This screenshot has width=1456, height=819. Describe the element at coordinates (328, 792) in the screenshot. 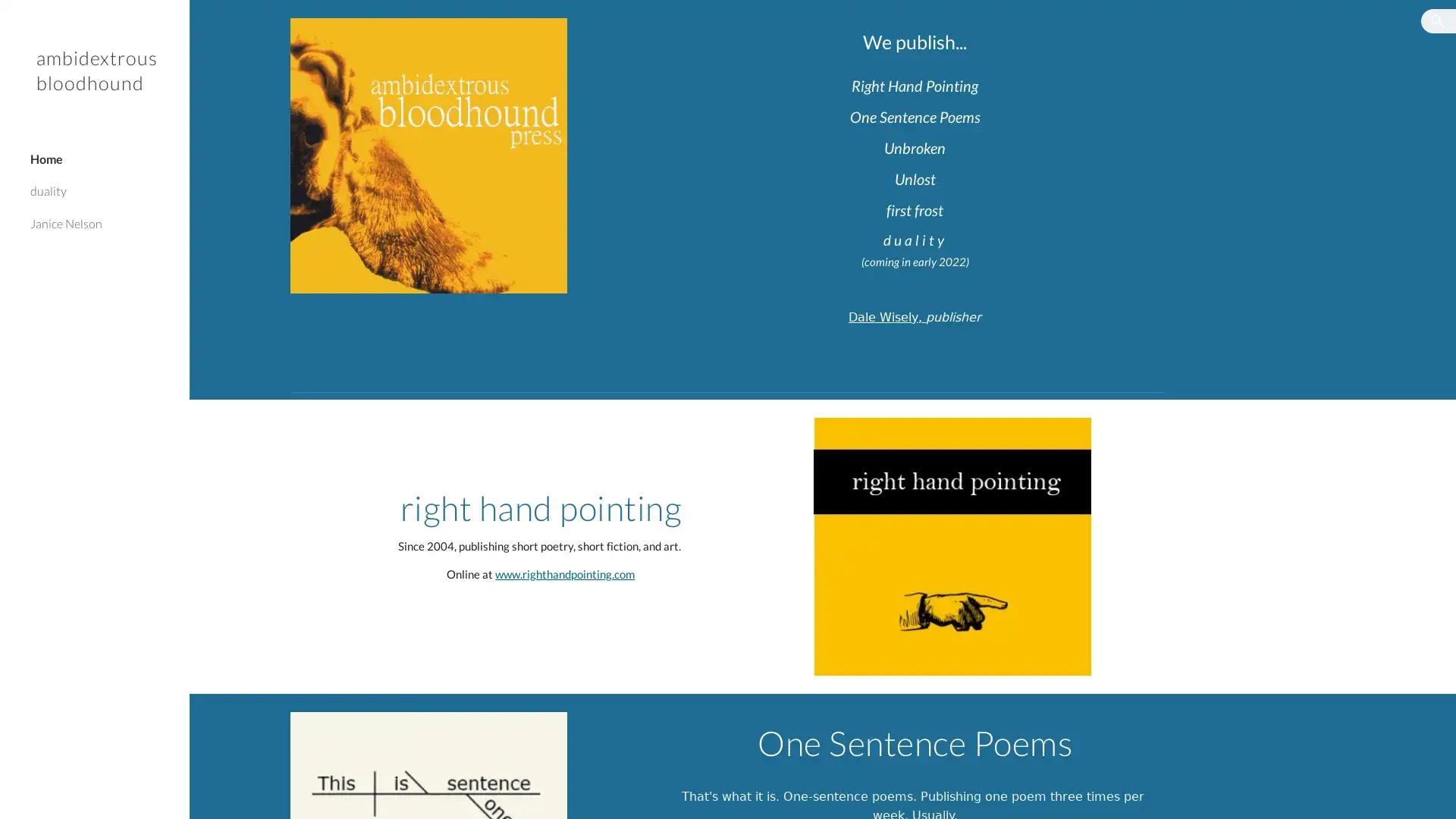

I see `Report abuse` at that location.